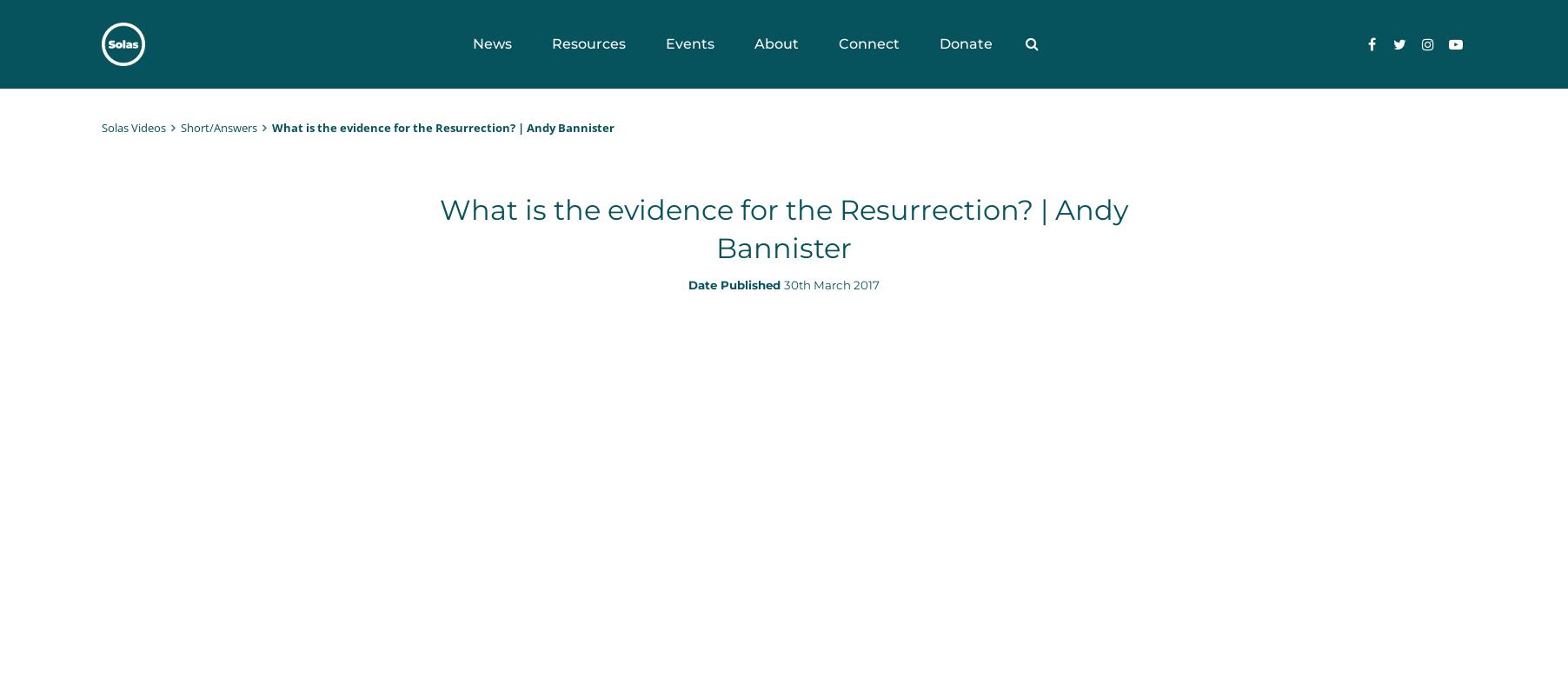 The height and width of the screenshot is (690, 1568). I want to click on 'Donate', so click(964, 43).